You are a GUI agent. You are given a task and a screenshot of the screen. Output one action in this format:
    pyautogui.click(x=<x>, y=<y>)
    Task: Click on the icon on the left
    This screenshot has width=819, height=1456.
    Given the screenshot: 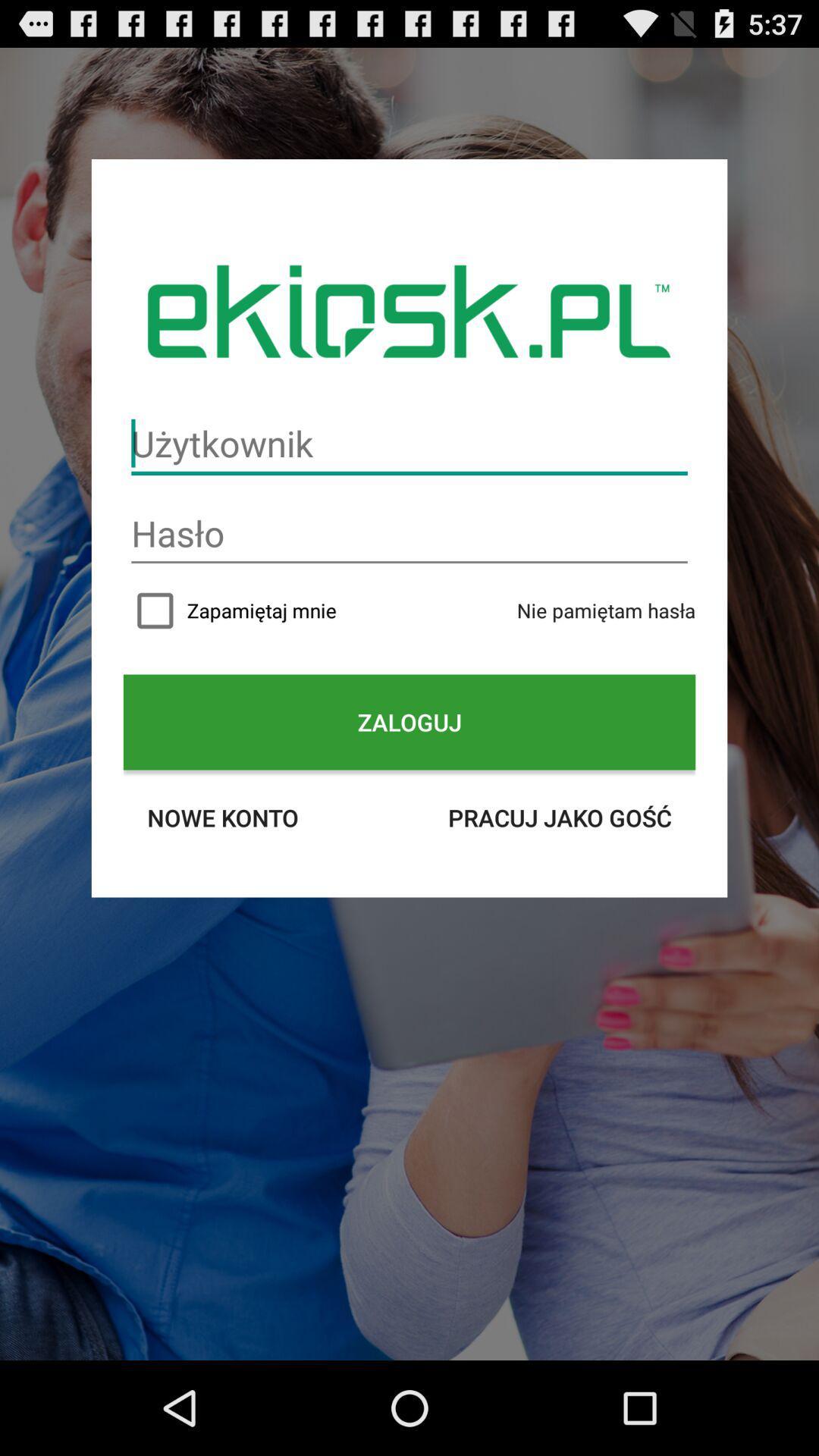 What is the action you would take?
    pyautogui.click(x=222, y=817)
    